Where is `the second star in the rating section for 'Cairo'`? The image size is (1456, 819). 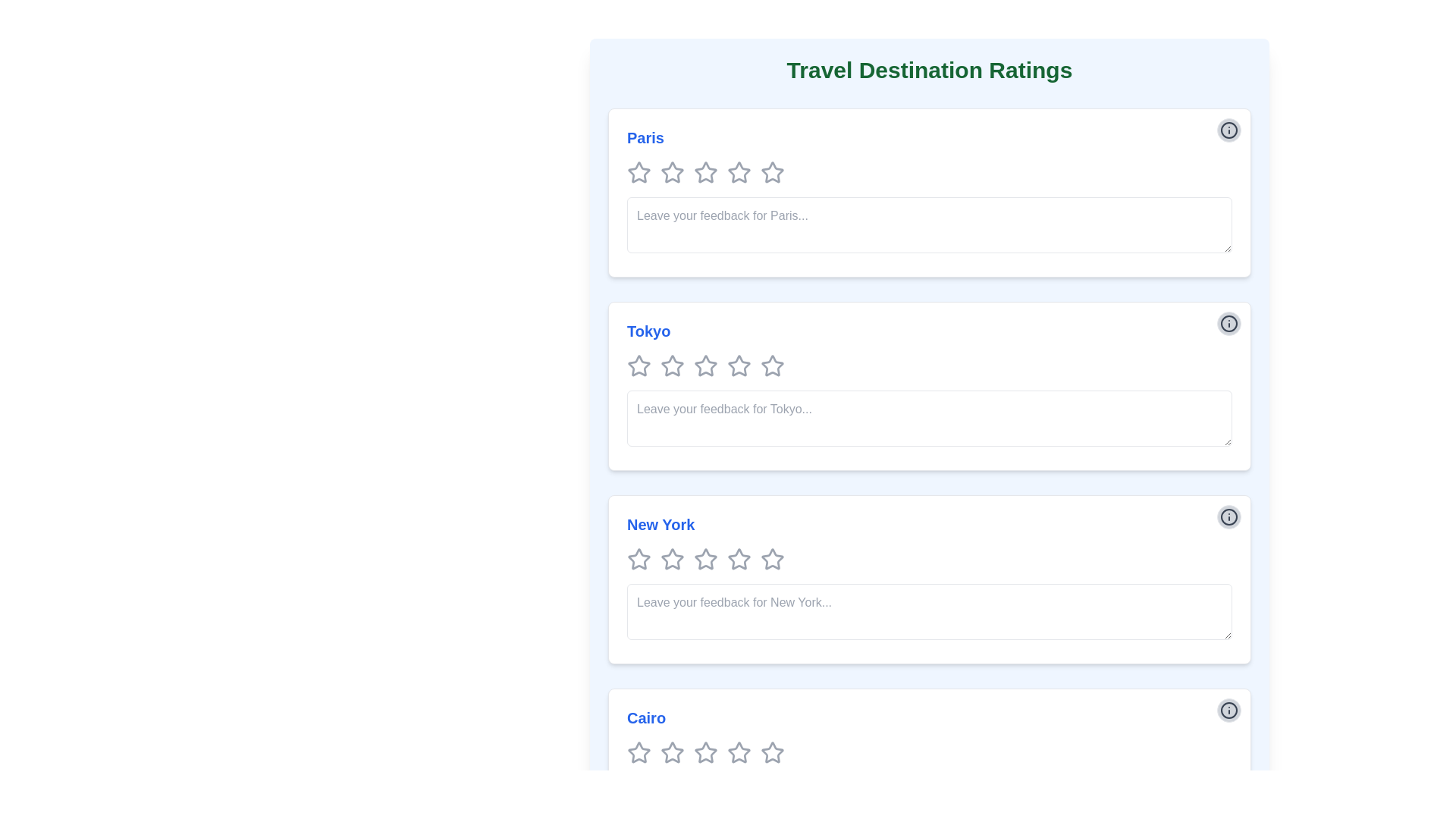 the second star in the rating section for 'Cairo' is located at coordinates (739, 752).